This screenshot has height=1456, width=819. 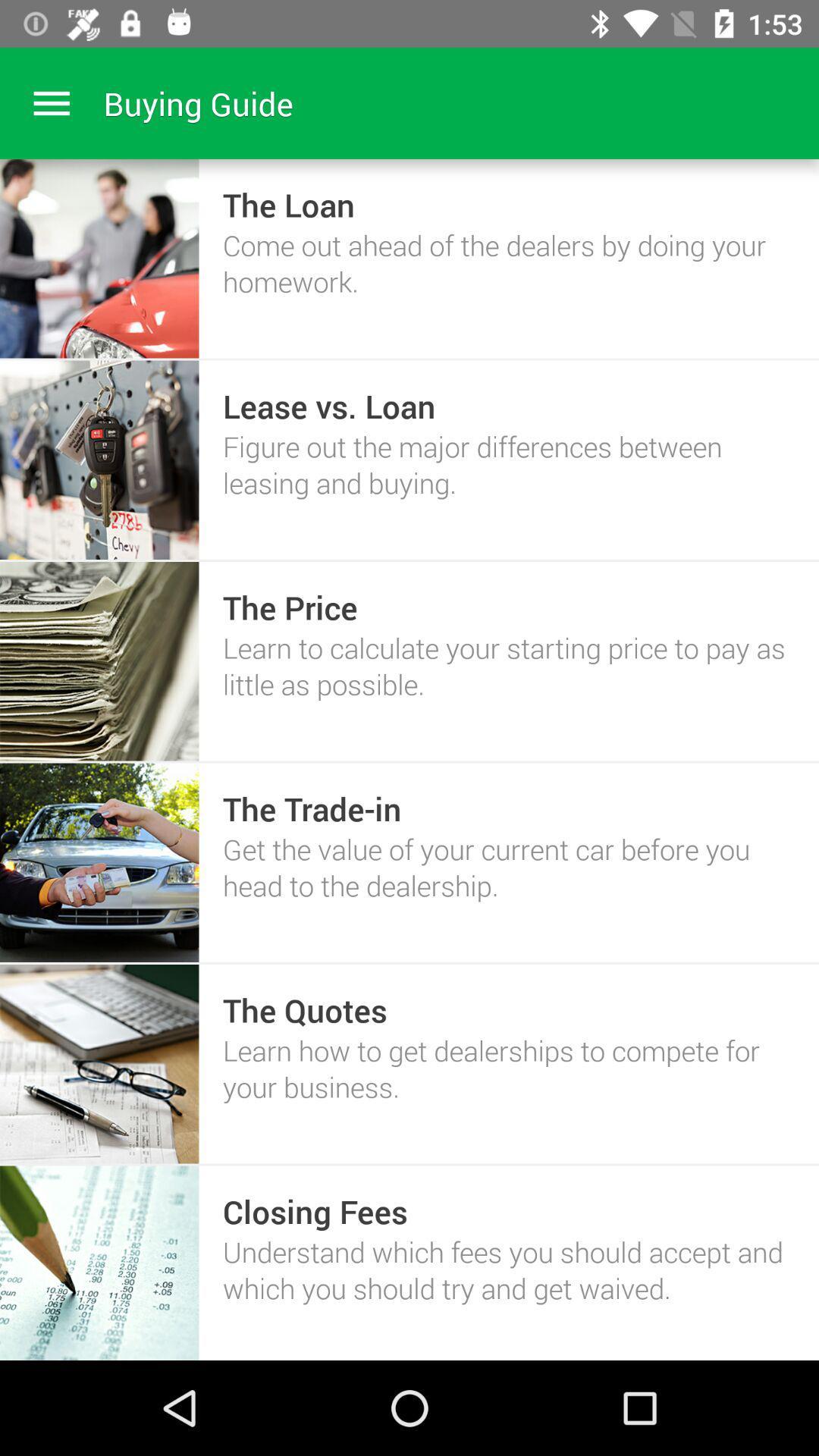 What do you see at coordinates (314, 1210) in the screenshot?
I see `closing fees item` at bounding box center [314, 1210].